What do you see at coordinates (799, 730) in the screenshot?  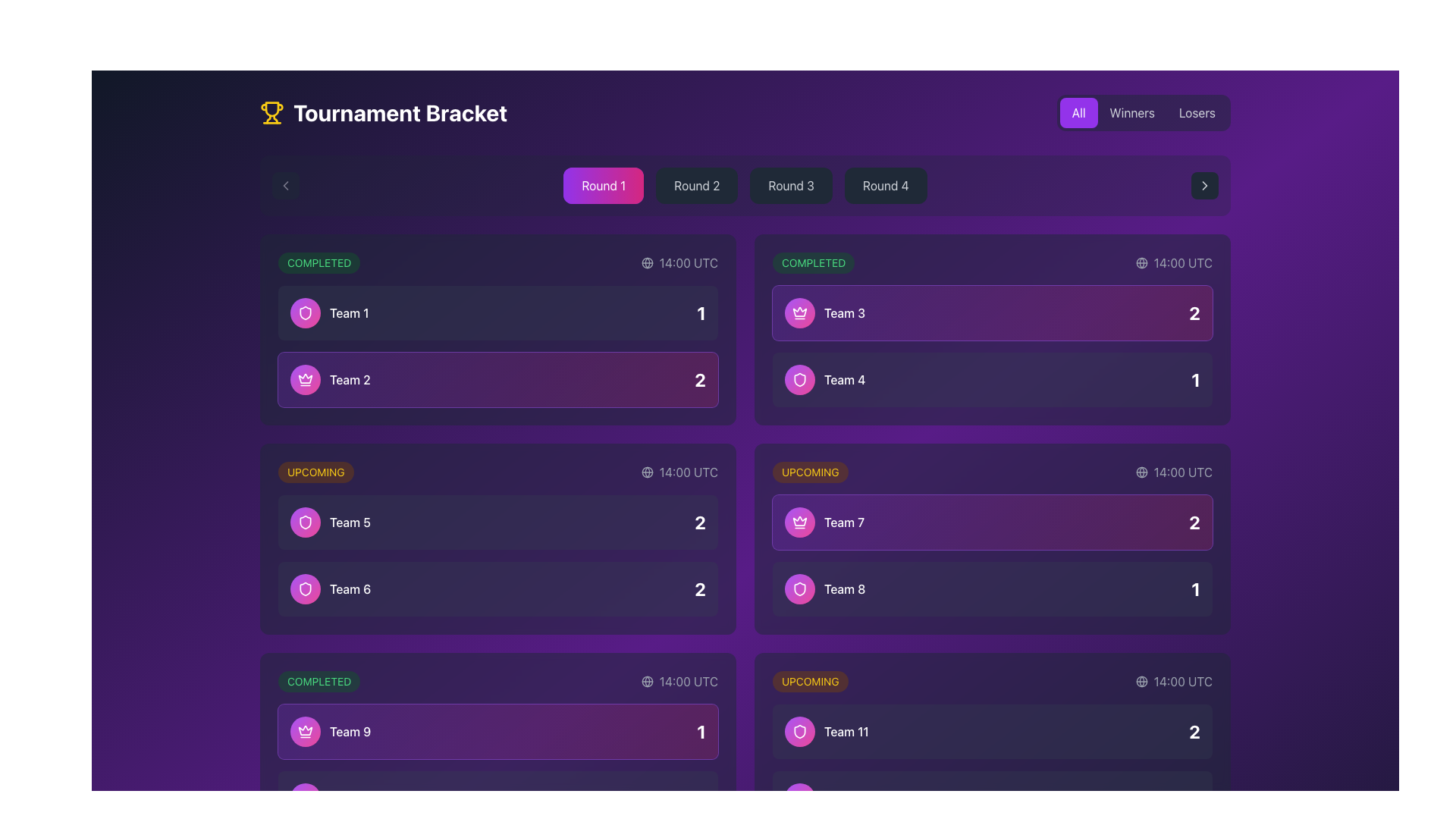 I see `the shield icon representing protection for Team 8 located in the 'Upcoming' section of the bracket` at bounding box center [799, 730].